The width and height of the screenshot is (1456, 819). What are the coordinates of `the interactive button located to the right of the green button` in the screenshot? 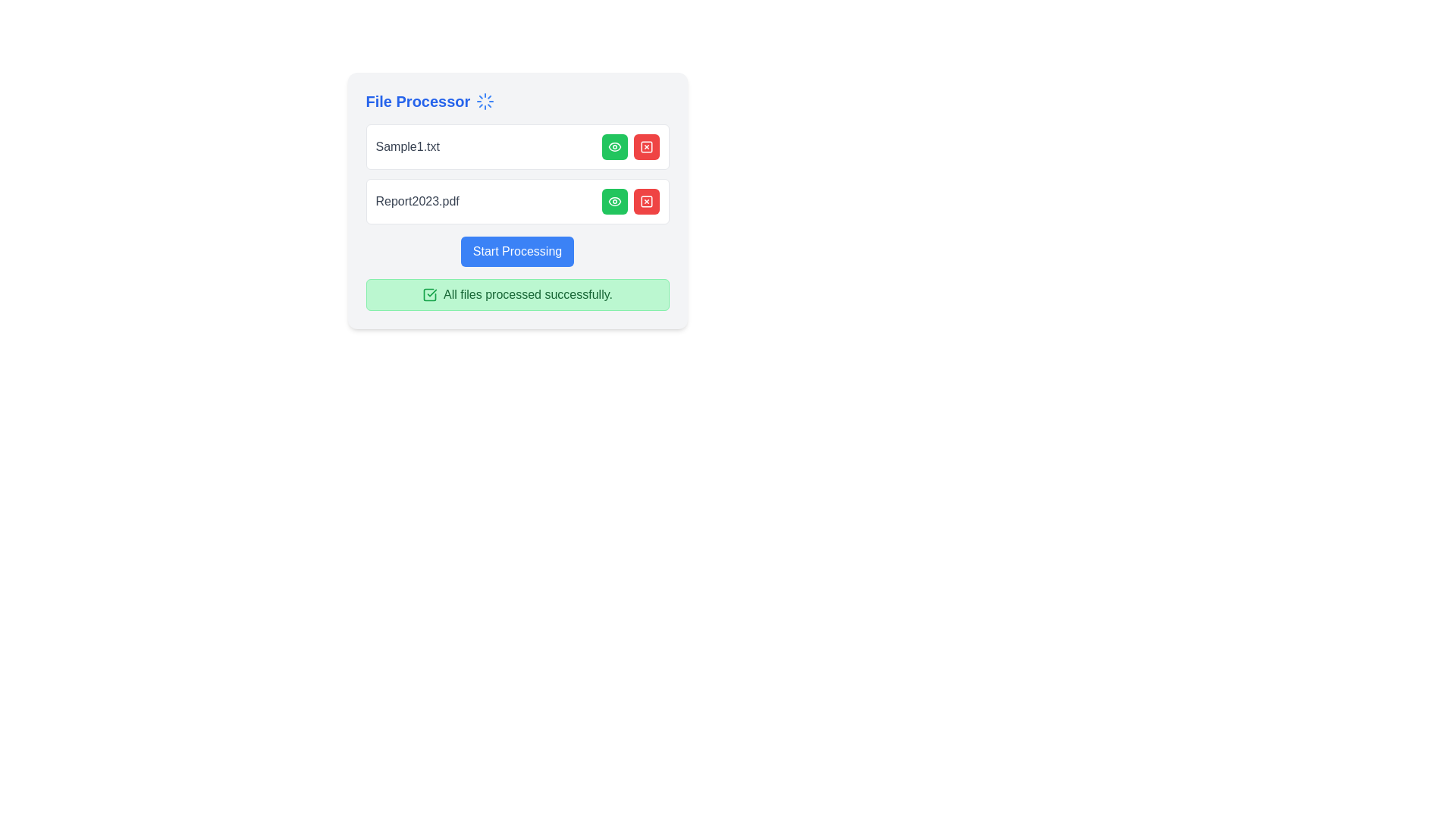 It's located at (646, 146).